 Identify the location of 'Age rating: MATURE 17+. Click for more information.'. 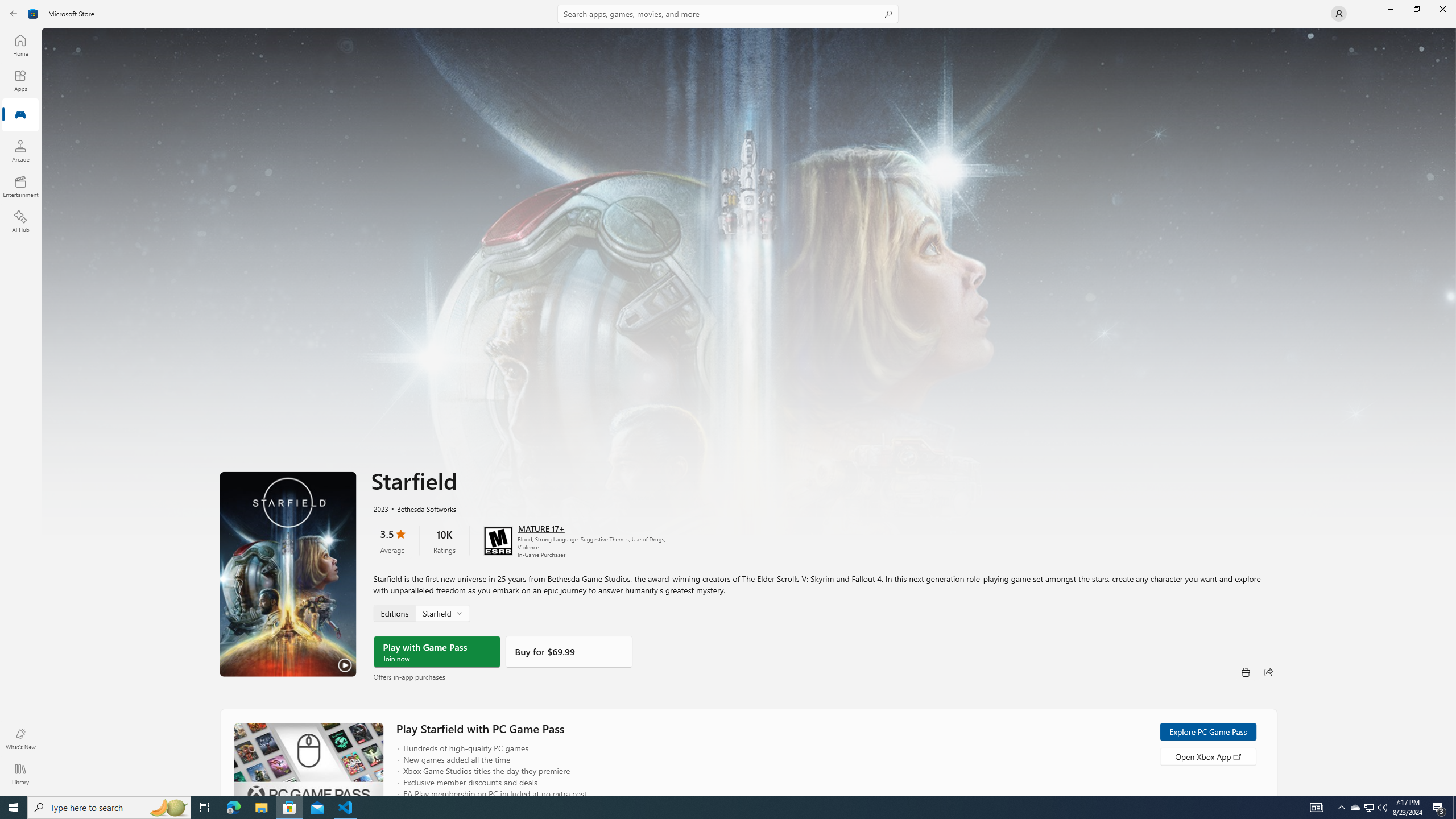
(540, 527).